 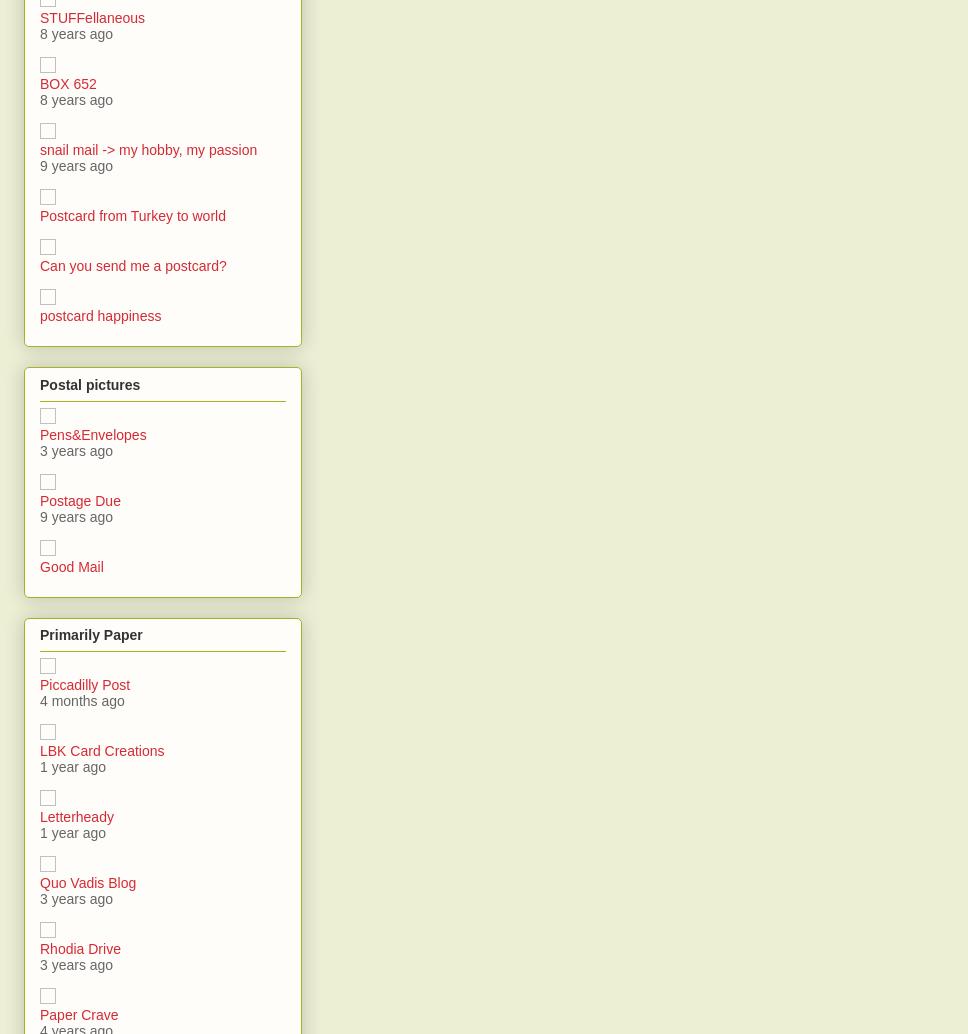 I want to click on 'Paper Crave', so click(x=77, y=1013).